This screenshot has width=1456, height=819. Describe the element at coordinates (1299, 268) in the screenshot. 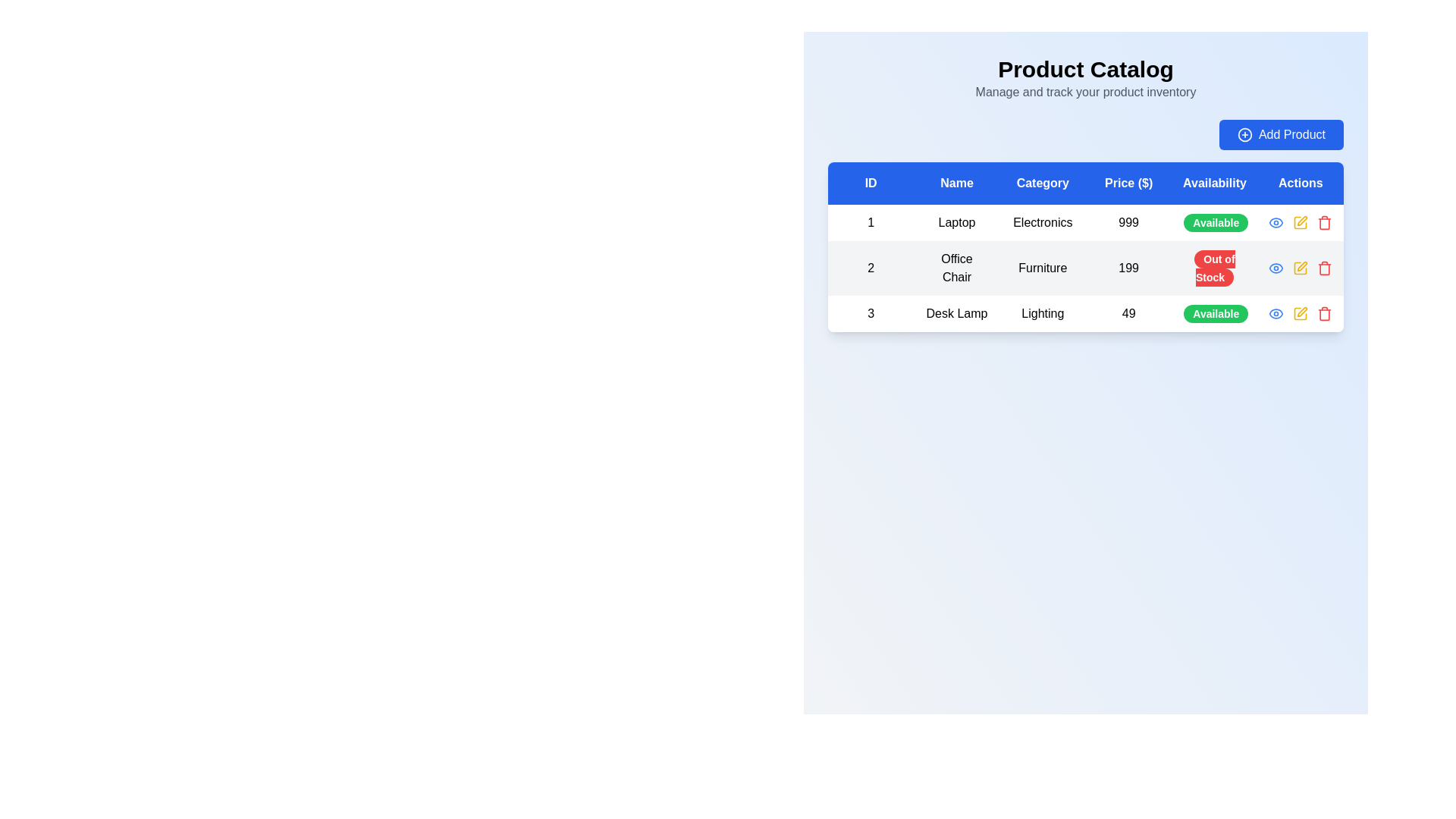

I see `the yellow square button with a pen icon in the 'Actions' column of the second row in the product table` at that location.